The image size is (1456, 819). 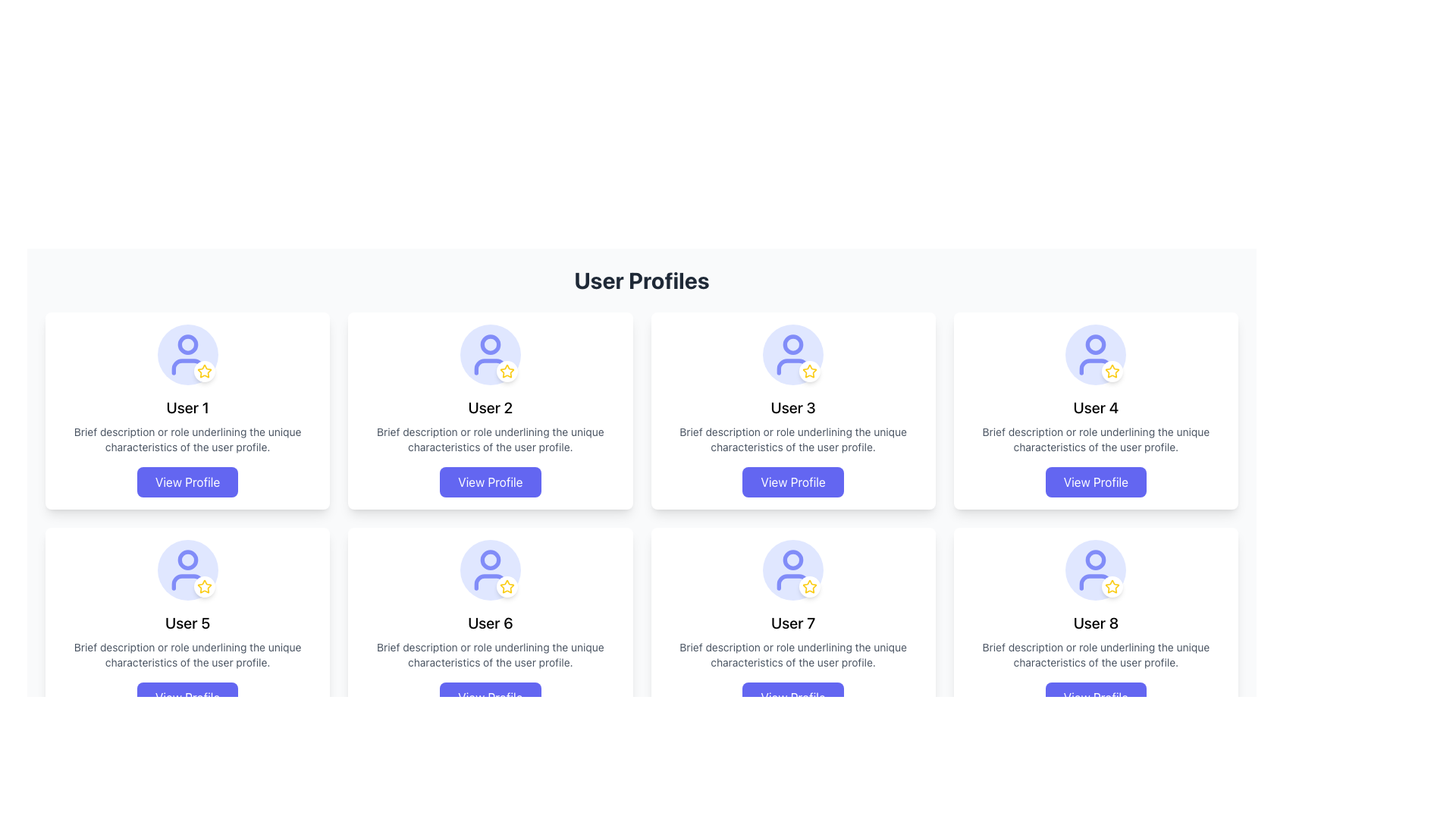 What do you see at coordinates (490, 623) in the screenshot?
I see `the centered text label displaying 'User 6', which is located in the second row and second column of the user profile grid inside a card layout` at bounding box center [490, 623].